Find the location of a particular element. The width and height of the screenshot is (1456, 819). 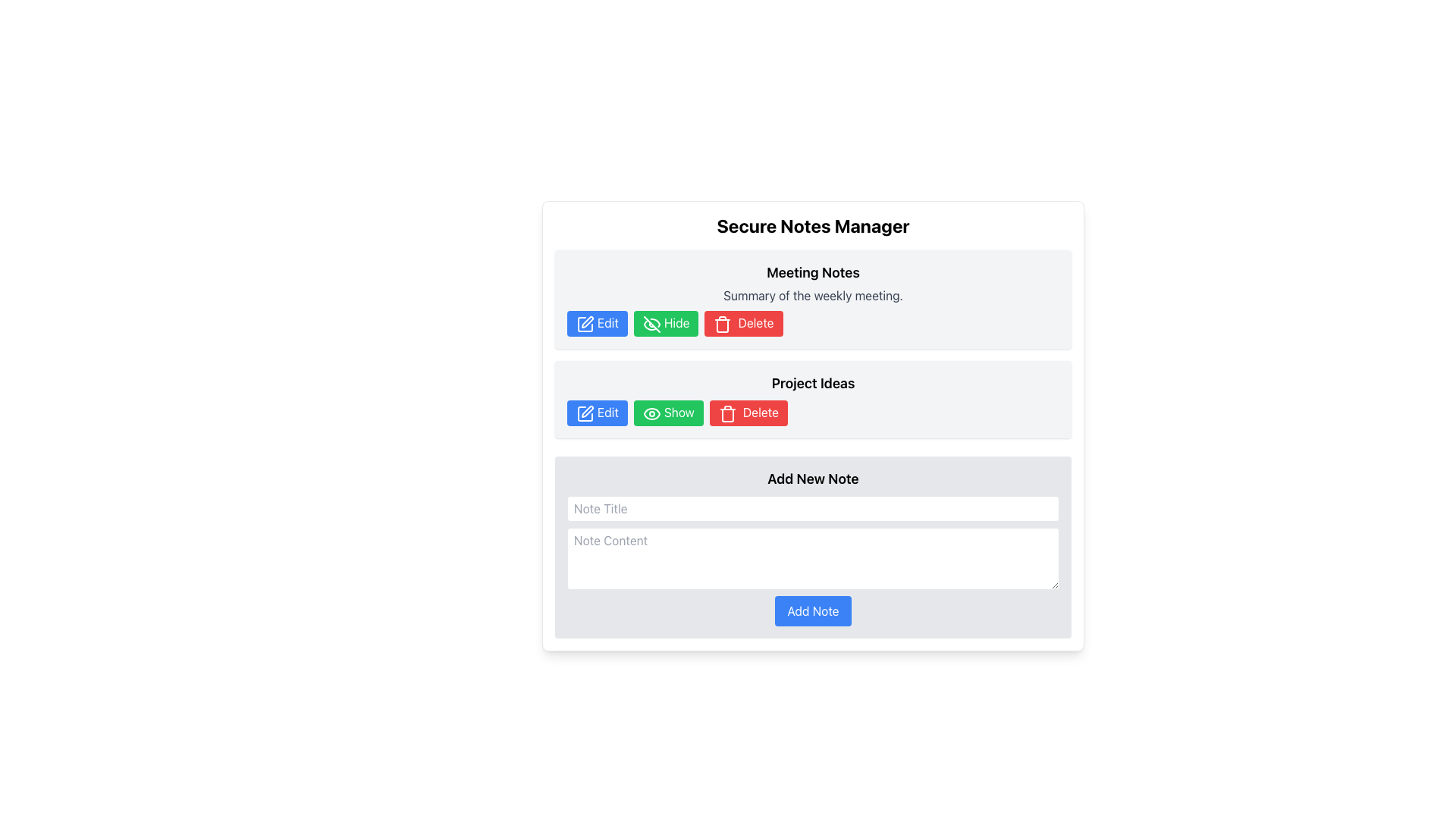

the 'Delete' button with a red background, white text, and a trash can logo is located at coordinates (743, 322).